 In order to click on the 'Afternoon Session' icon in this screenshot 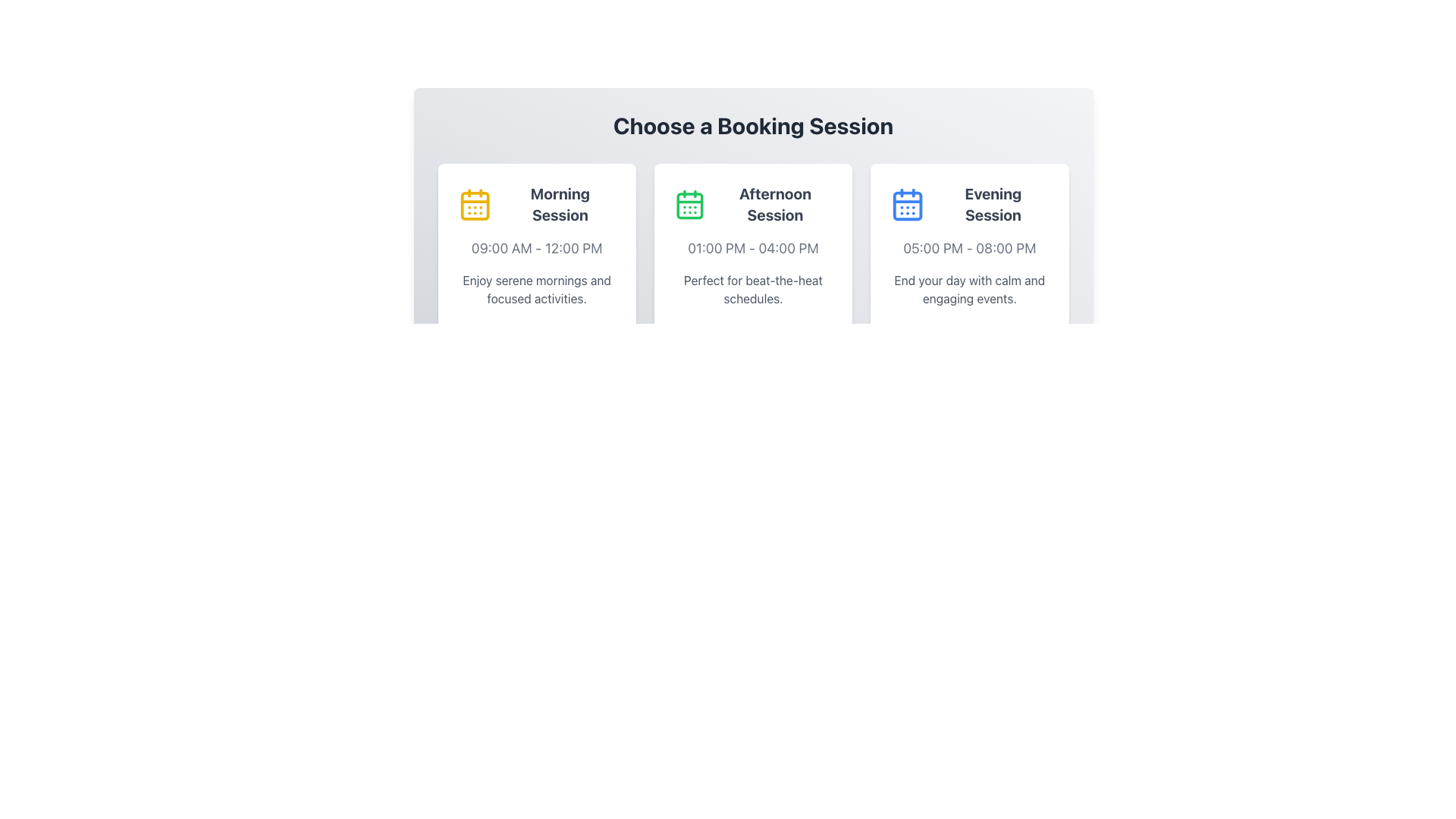, I will do `click(689, 205)`.